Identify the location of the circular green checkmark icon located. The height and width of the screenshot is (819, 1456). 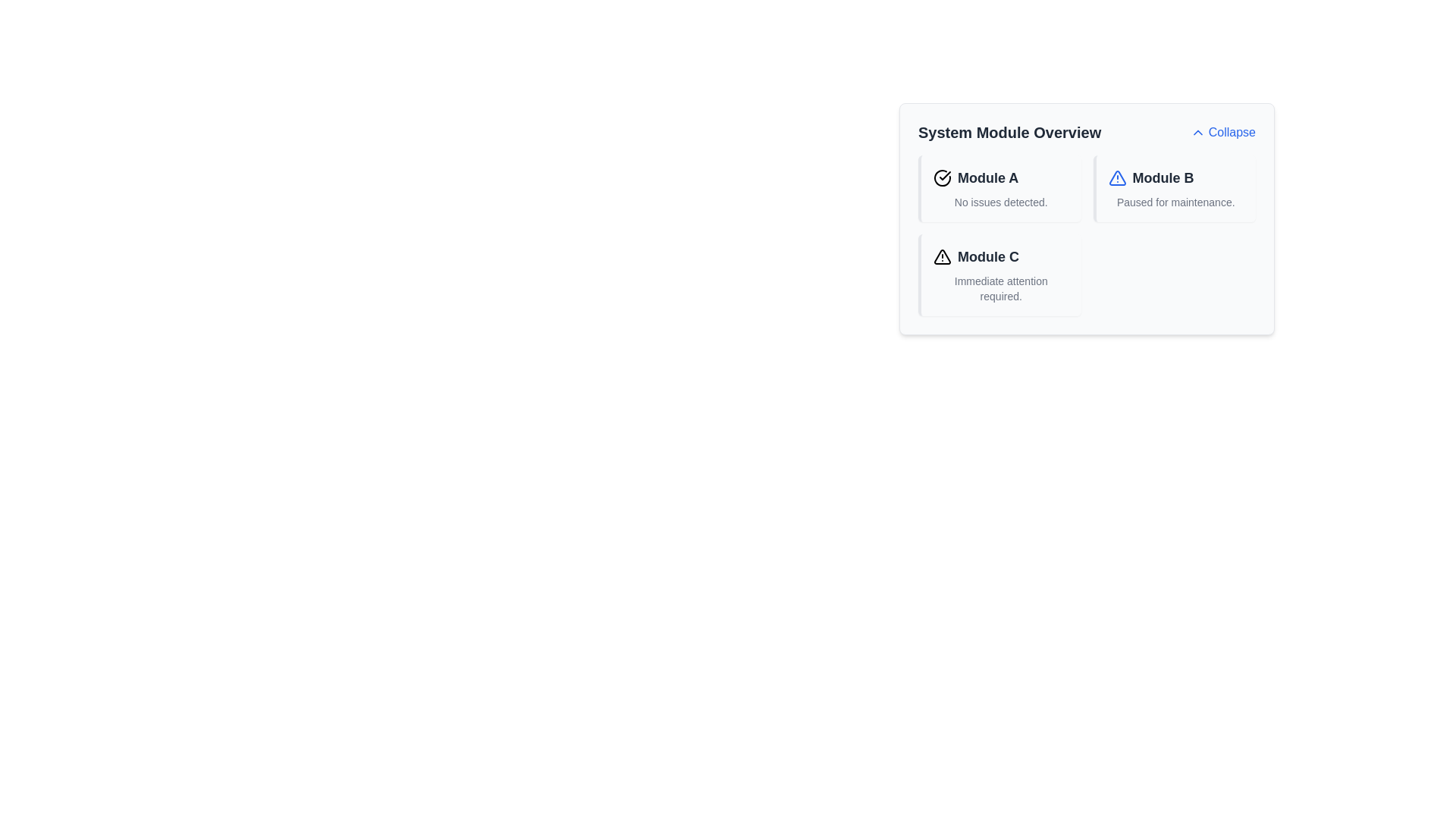
(942, 177).